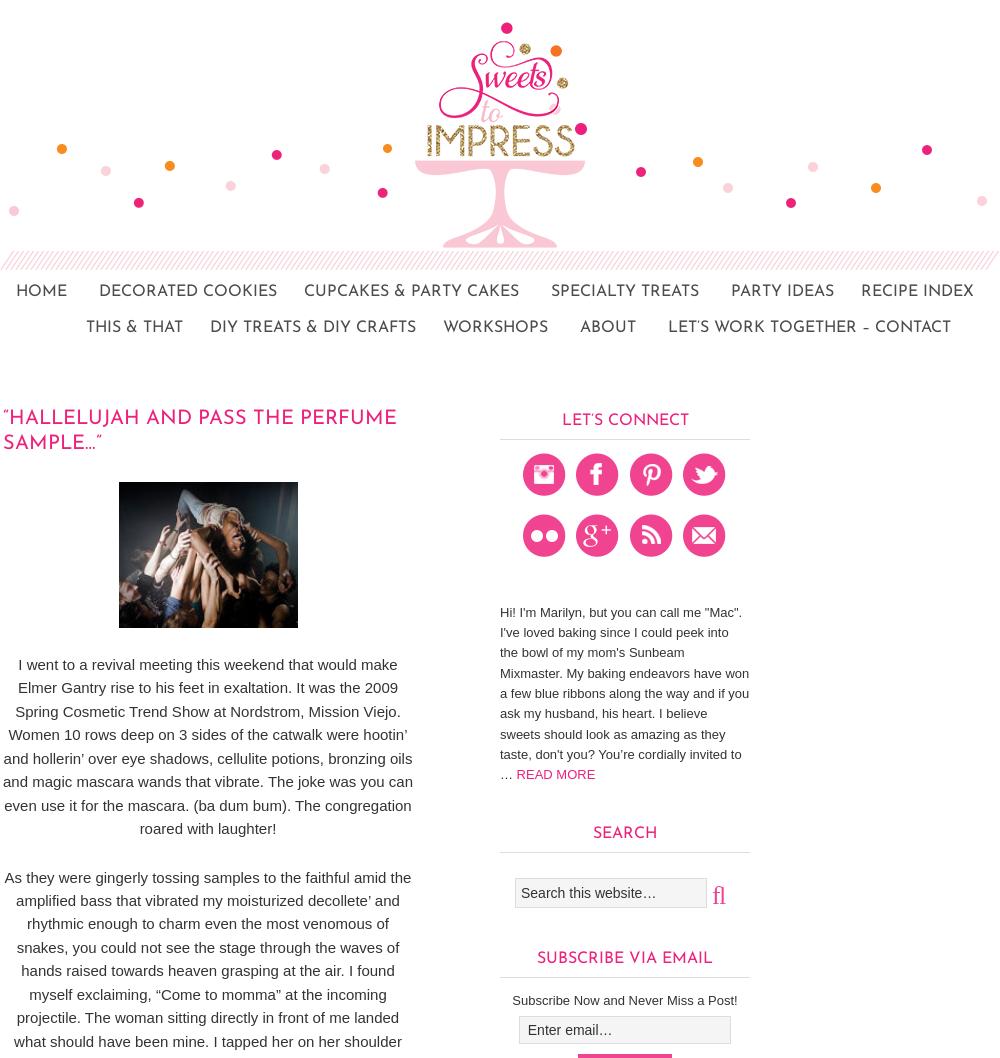 This screenshot has width=1000, height=1058. I want to click on 'Subscribe via Email', so click(537, 958).